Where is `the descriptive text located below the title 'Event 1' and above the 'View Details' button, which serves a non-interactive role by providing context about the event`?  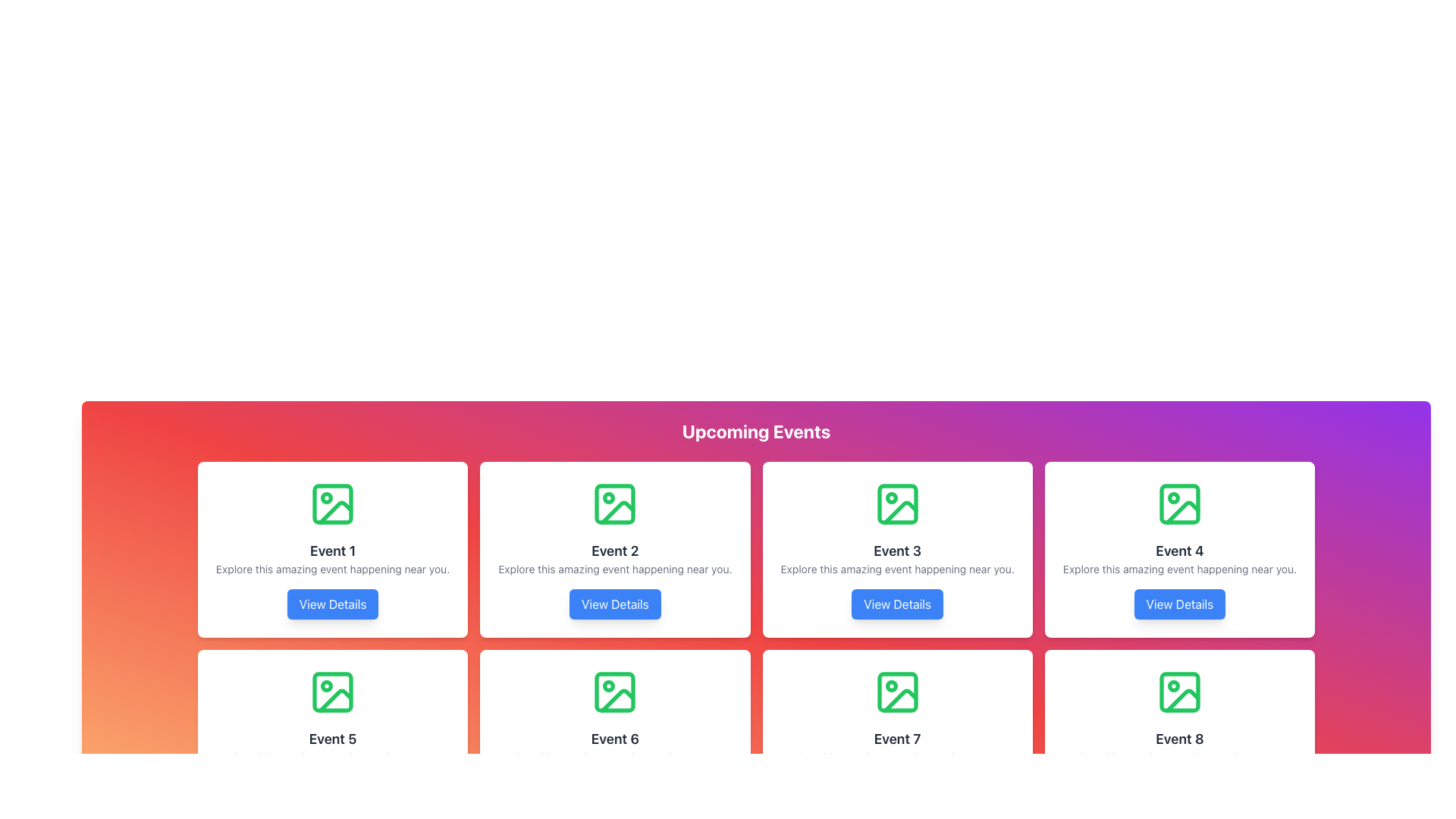
the descriptive text located below the title 'Event 1' and above the 'View Details' button, which serves a non-interactive role by providing context about the event is located at coordinates (332, 570).